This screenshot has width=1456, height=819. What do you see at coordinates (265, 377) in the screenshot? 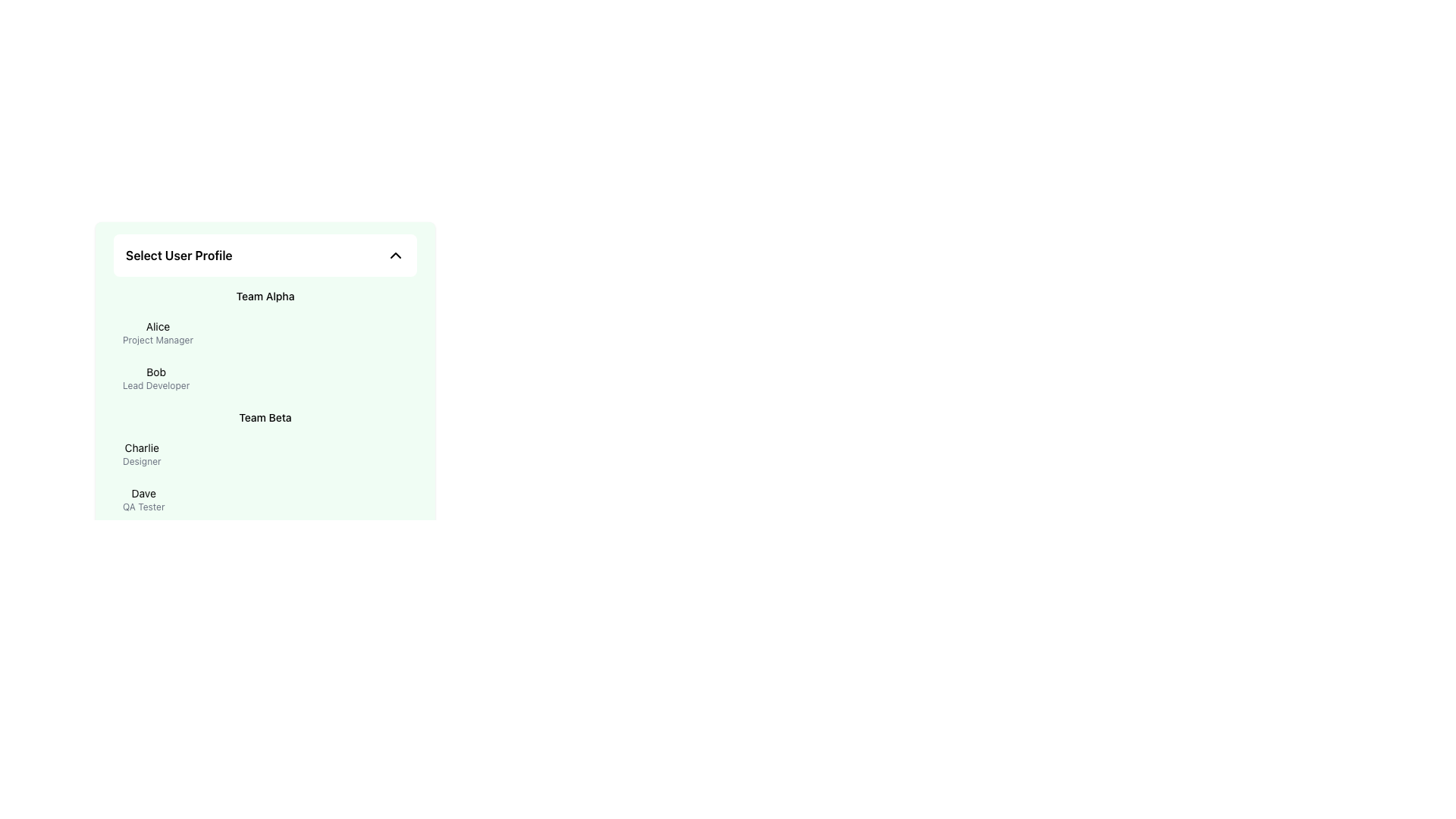
I see `the selectable item in the list that displays the name 'Bob' in bold and the designation 'Lead Developer' in gray` at bounding box center [265, 377].